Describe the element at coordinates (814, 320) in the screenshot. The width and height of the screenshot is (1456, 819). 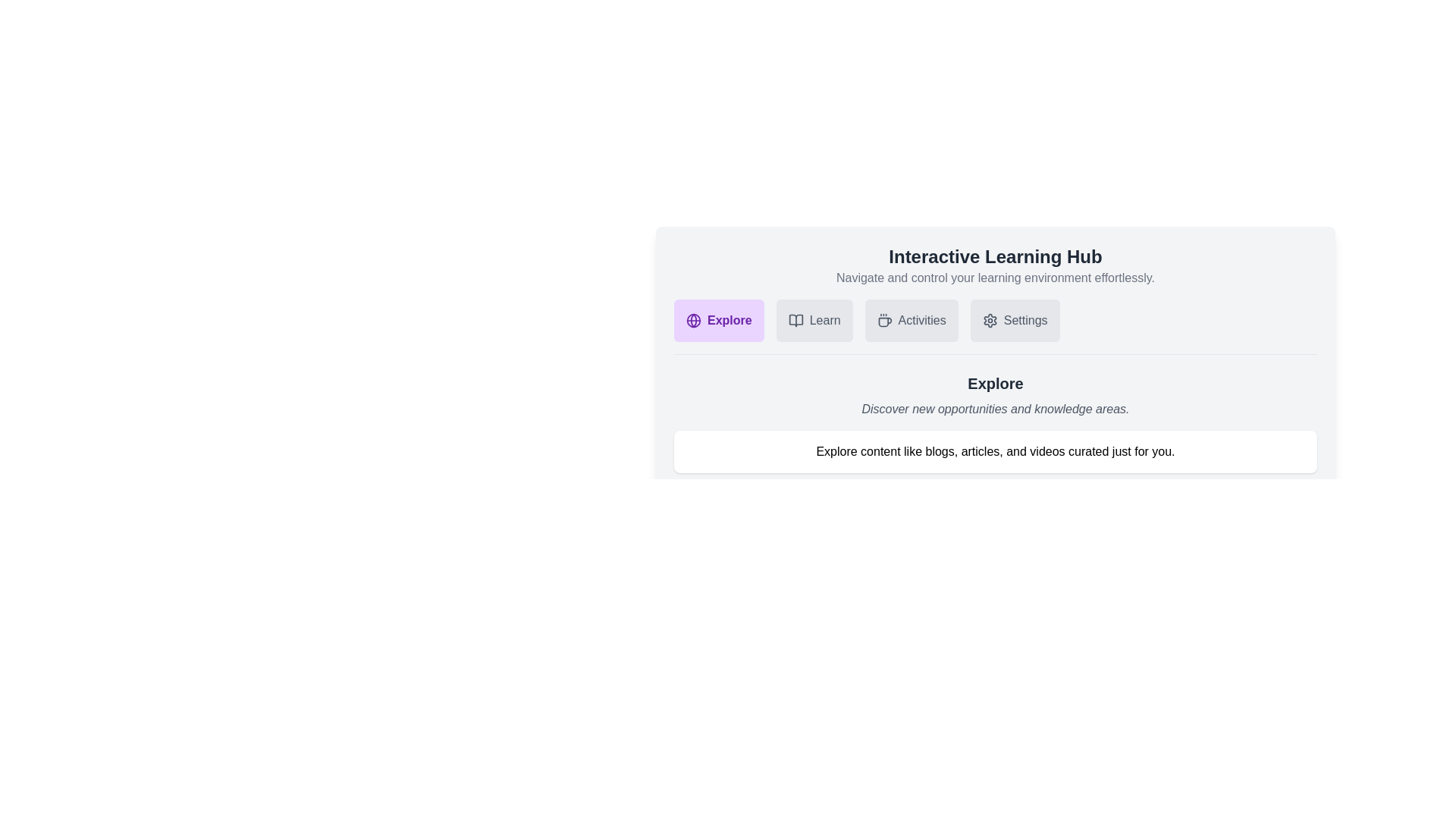
I see `the 'Learn' button, which is a rectangular button with rounded corners, light gray background, and darker gray text, located in the horizontal navigation bar between the 'Explore' and 'Activities' buttons` at that location.